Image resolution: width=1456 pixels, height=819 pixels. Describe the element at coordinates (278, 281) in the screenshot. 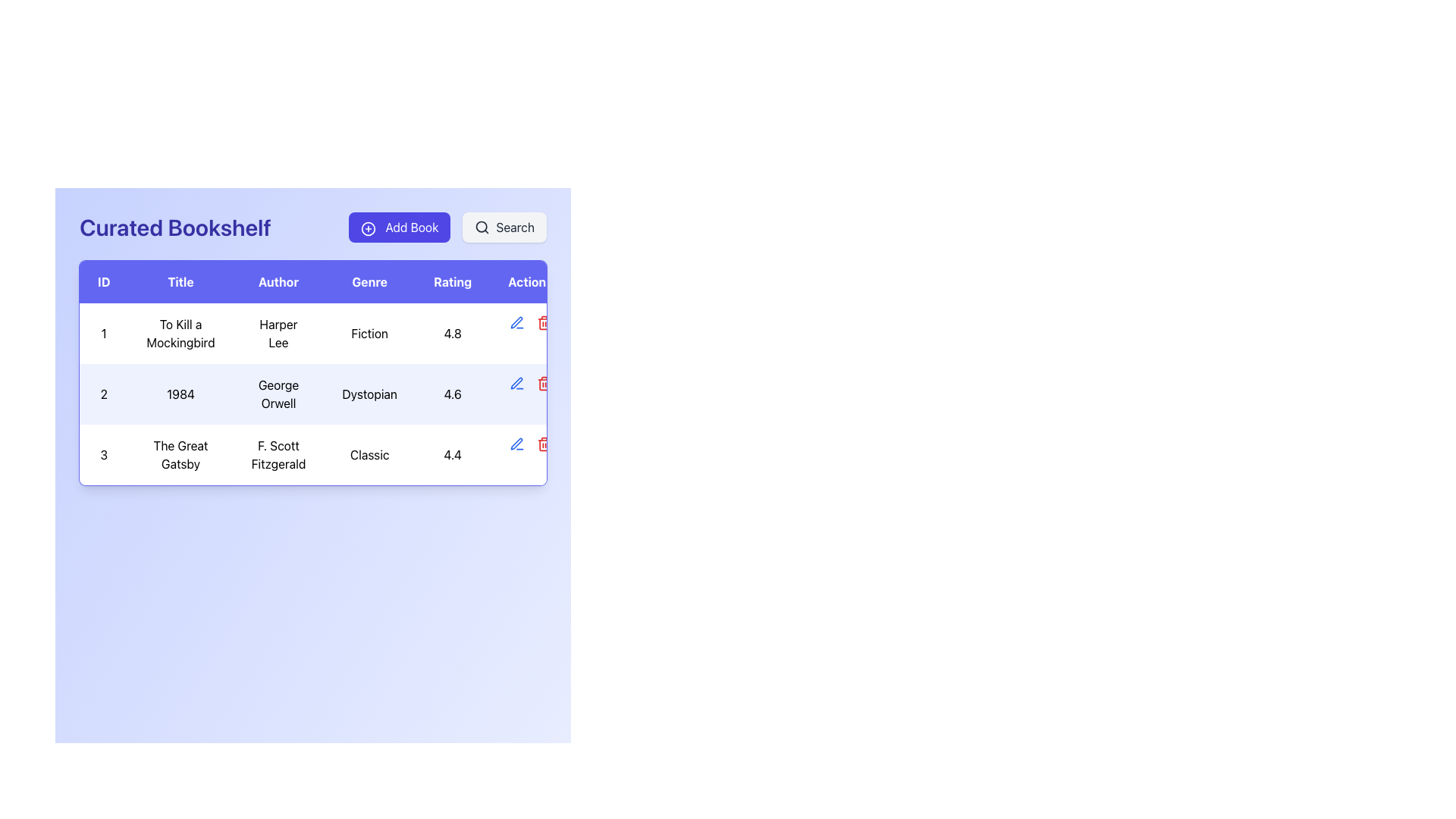

I see `the Table Header Cell labeled 'Author', which is the third column header in the table, displayed in white text on a blue background` at that location.